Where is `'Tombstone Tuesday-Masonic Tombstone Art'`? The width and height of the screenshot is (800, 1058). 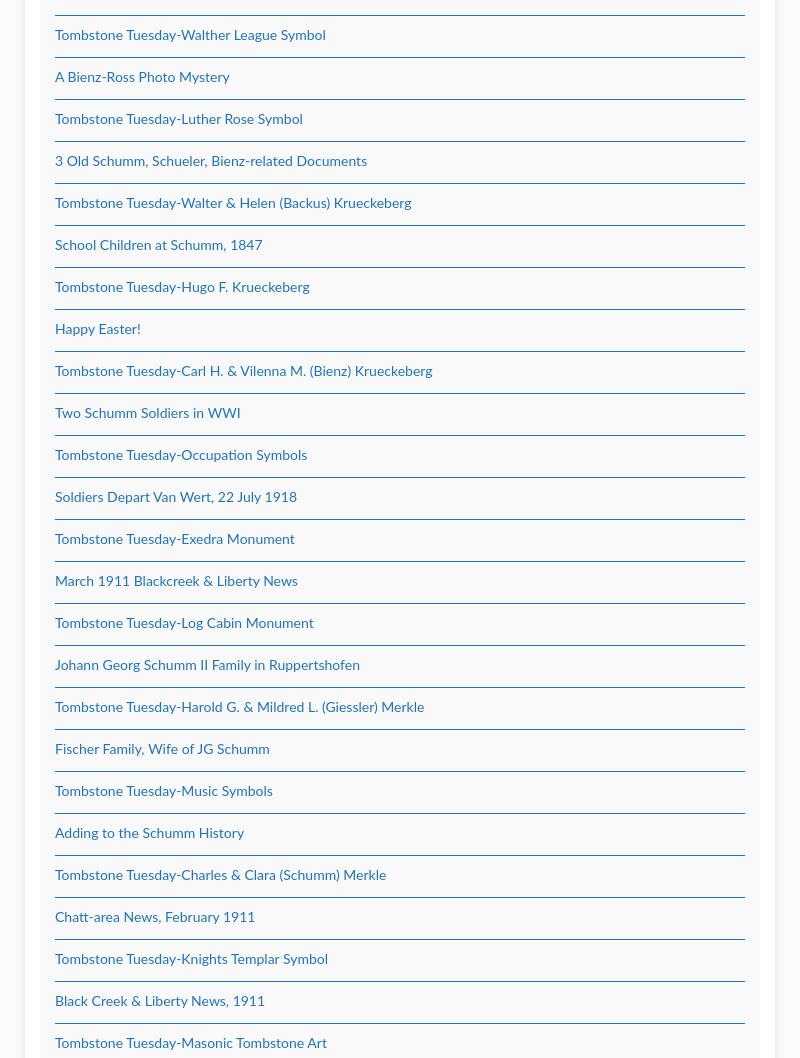
'Tombstone Tuesday-Masonic Tombstone Art' is located at coordinates (189, 1043).